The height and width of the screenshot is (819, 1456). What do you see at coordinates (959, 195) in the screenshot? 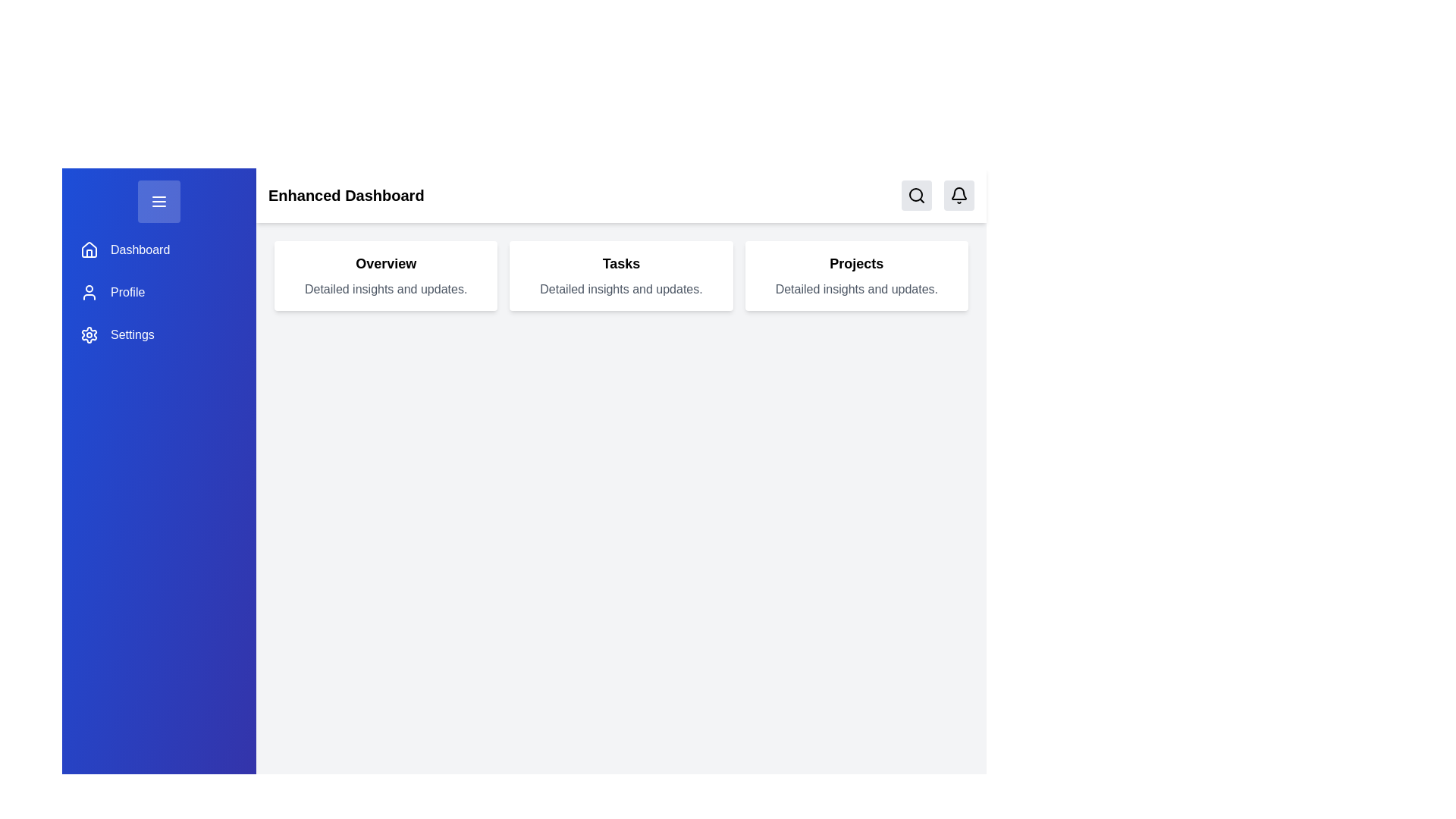
I see `the notification center icon located in the top-right corner of the interface` at bounding box center [959, 195].